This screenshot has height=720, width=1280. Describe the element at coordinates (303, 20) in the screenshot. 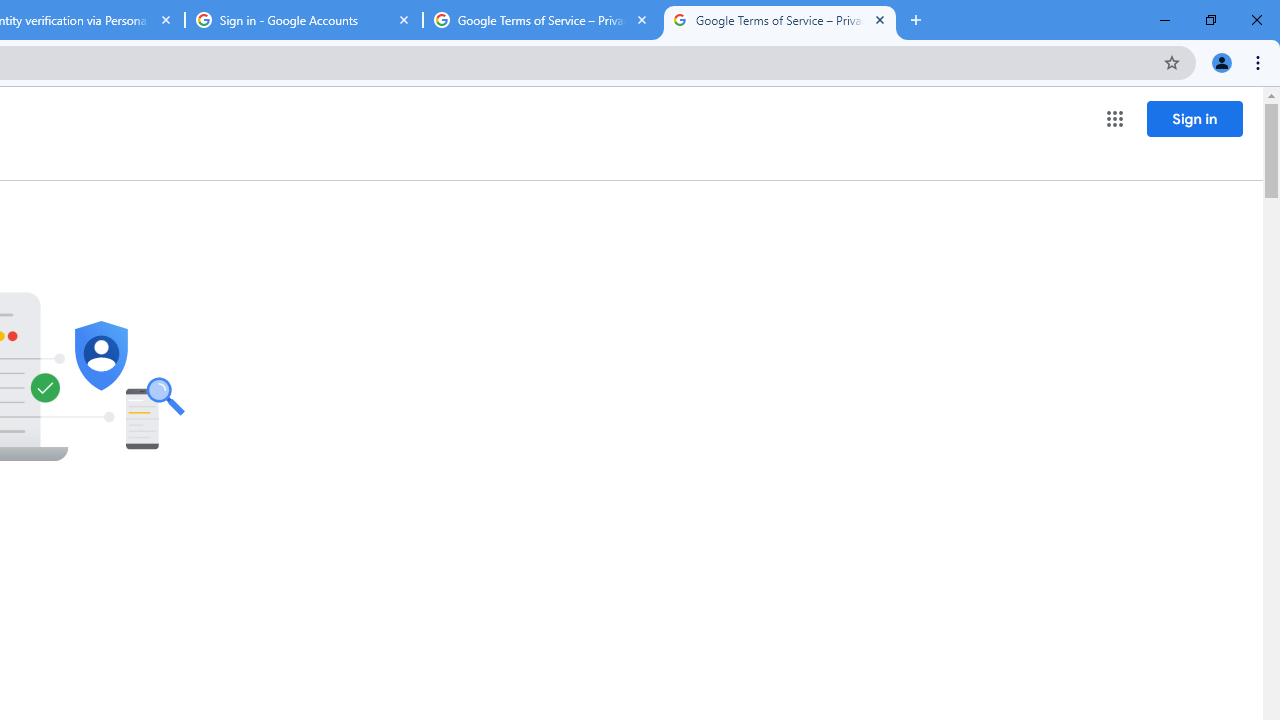

I see `'Sign in - Google Accounts'` at that location.